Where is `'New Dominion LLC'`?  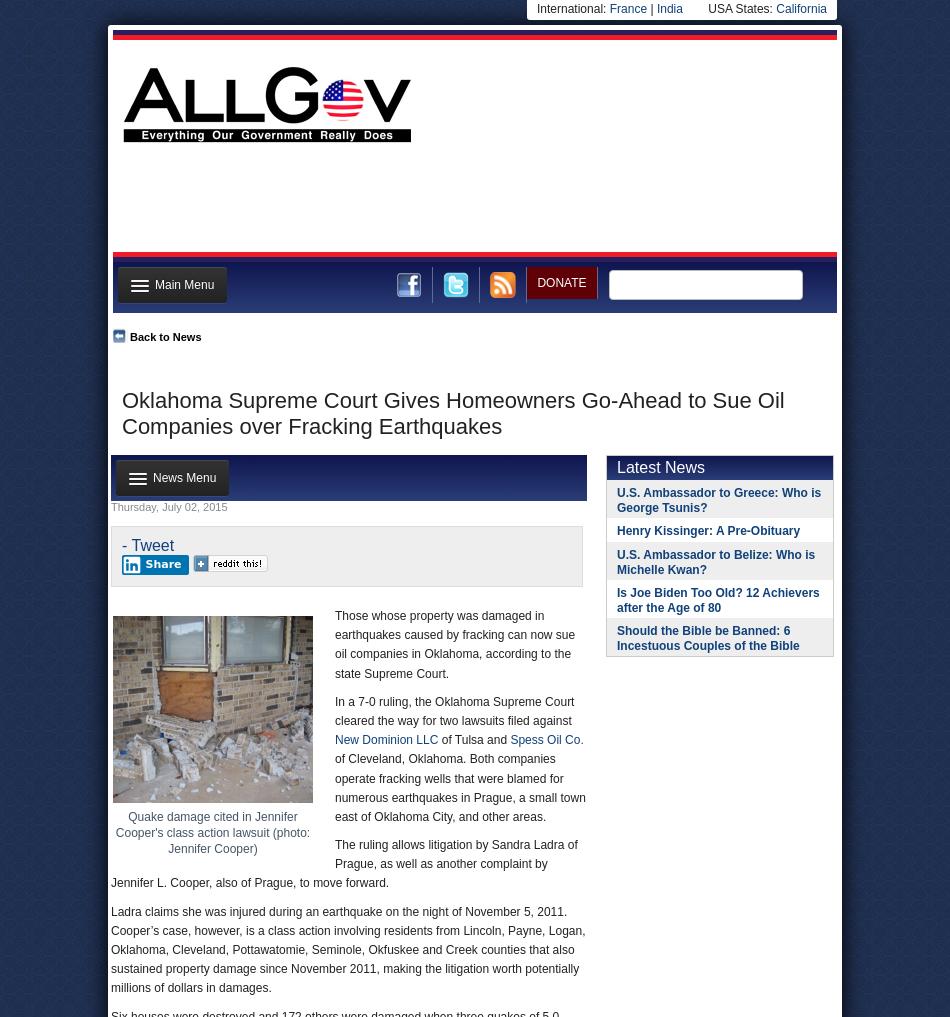 'New Dominion LLC' is located at coordinates (385, 739).